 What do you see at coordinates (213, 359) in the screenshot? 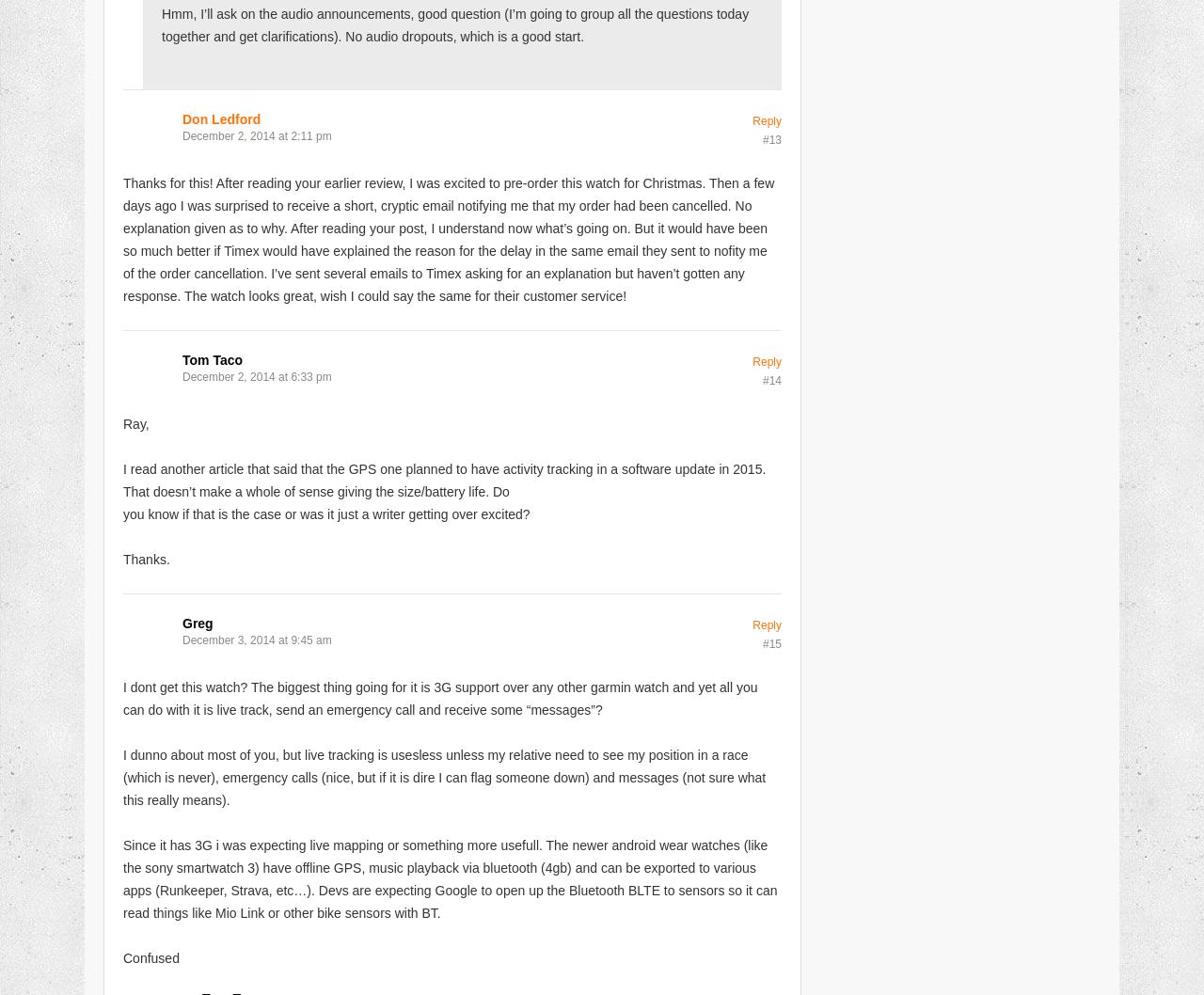
I see `'Tom Taco'` at bounding box center [213, 359].